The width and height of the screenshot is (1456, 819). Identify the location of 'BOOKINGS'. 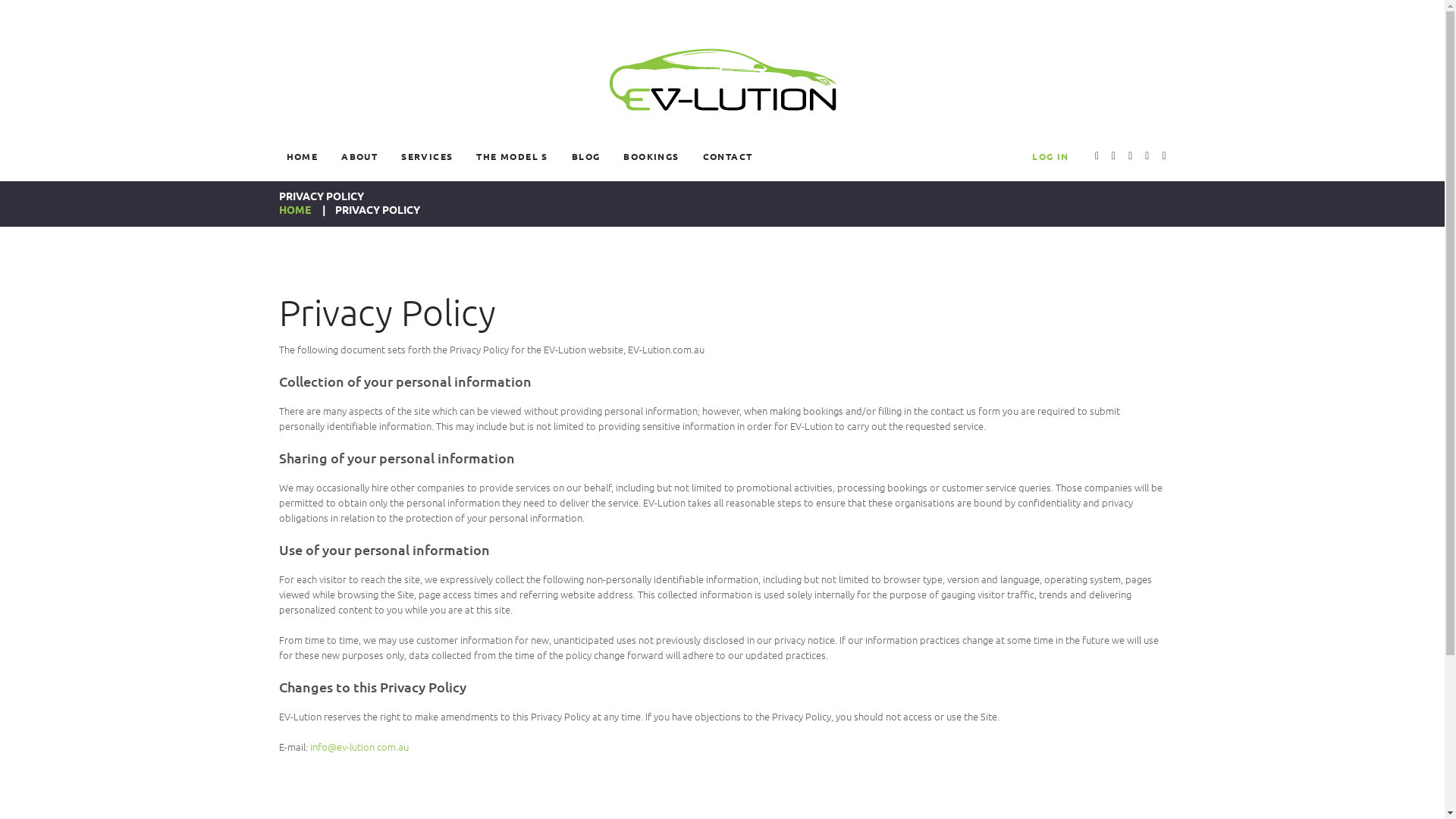
(615, 155).